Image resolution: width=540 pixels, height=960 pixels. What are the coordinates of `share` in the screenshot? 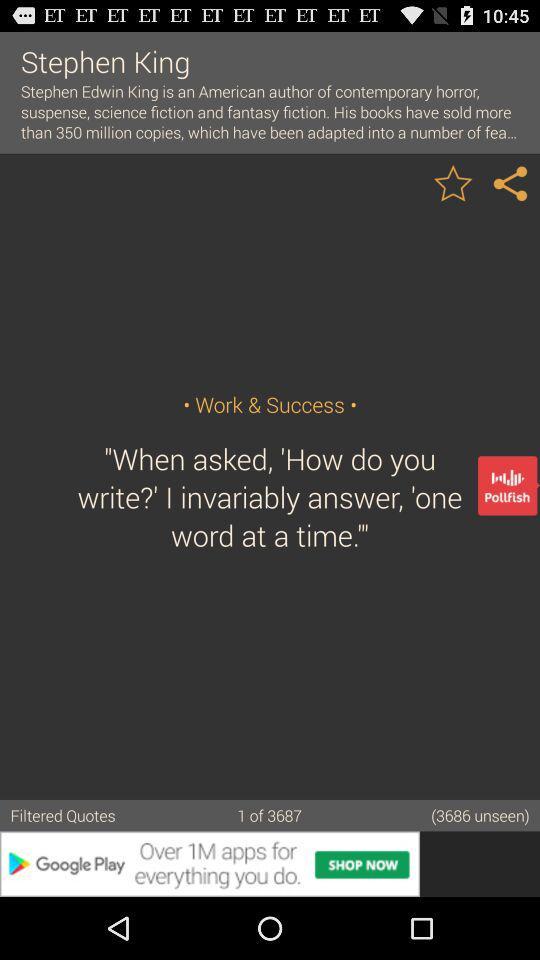 It's located at (511, 182).